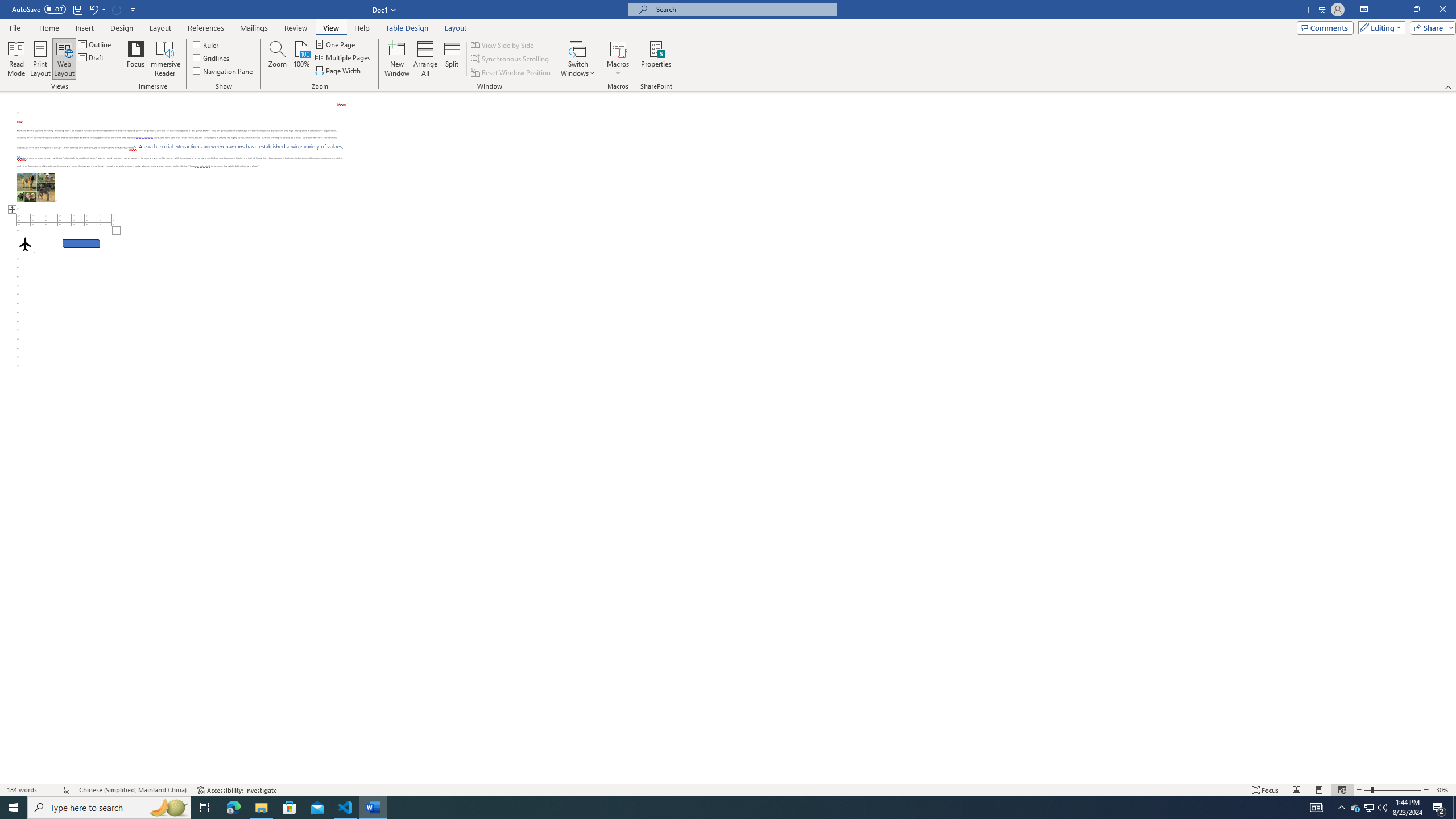 This screenshot has width=1456, height=819. Describe the element at coordinates (425, 59) in the screenshot. I see `'Arrange All'` at that location.